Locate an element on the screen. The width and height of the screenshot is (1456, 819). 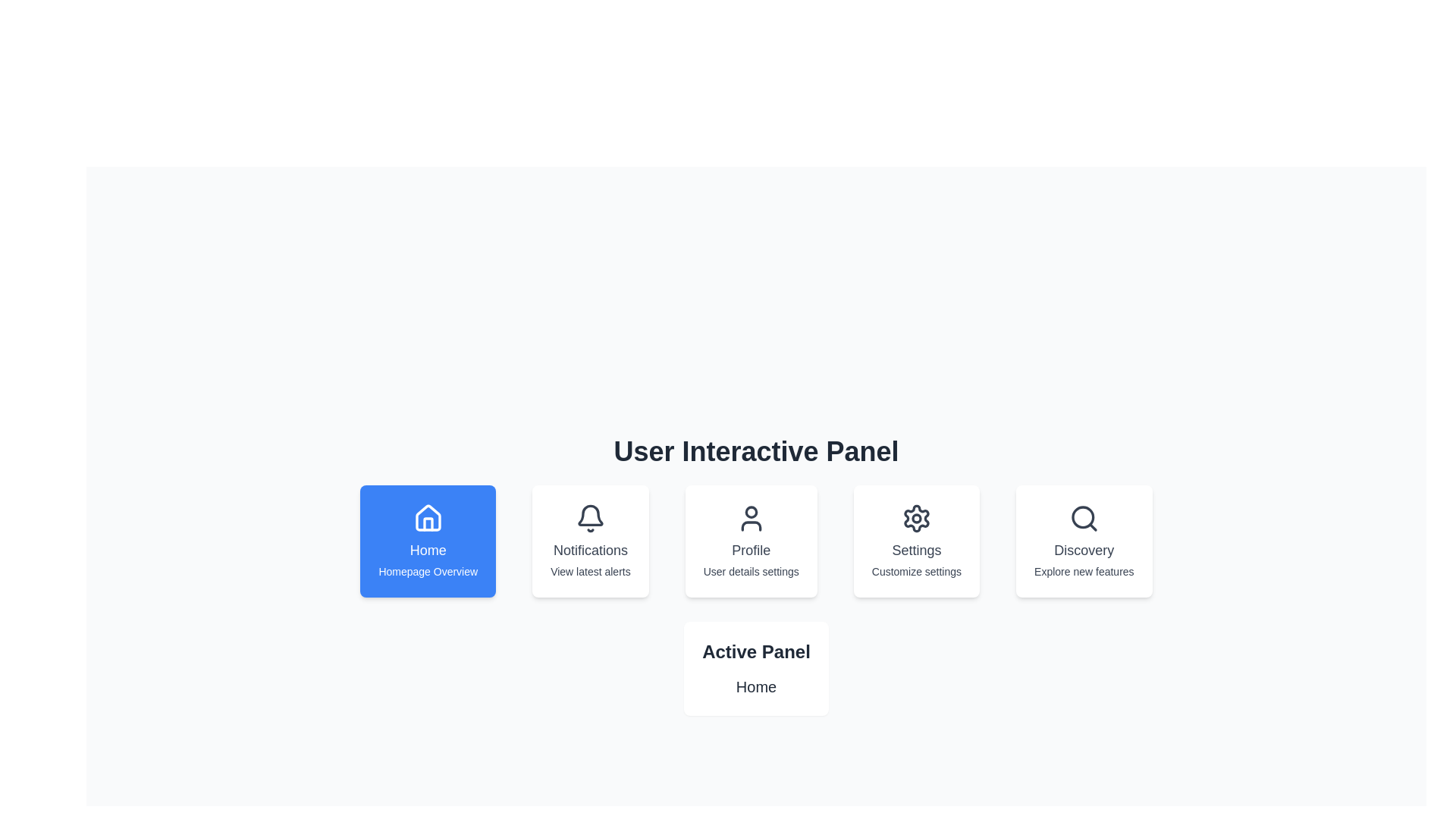
the user silhouette icon located at the top of the 'Profile' card is located at coordinates (751, 517).